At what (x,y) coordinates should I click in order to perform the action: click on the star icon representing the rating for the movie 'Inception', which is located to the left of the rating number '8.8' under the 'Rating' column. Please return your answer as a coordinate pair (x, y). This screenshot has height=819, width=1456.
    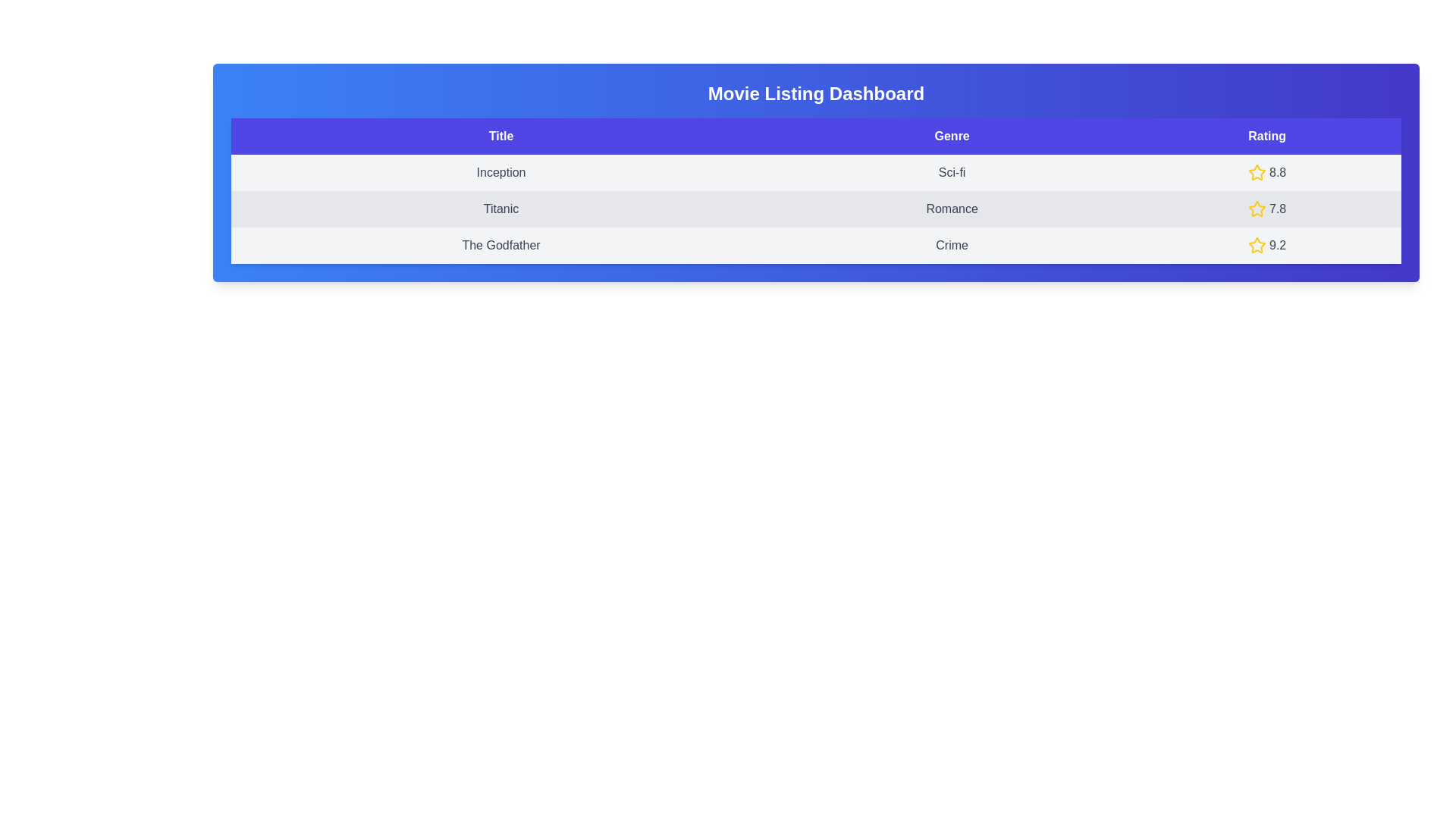
    Looking at the image, I should click on (1257, 171).